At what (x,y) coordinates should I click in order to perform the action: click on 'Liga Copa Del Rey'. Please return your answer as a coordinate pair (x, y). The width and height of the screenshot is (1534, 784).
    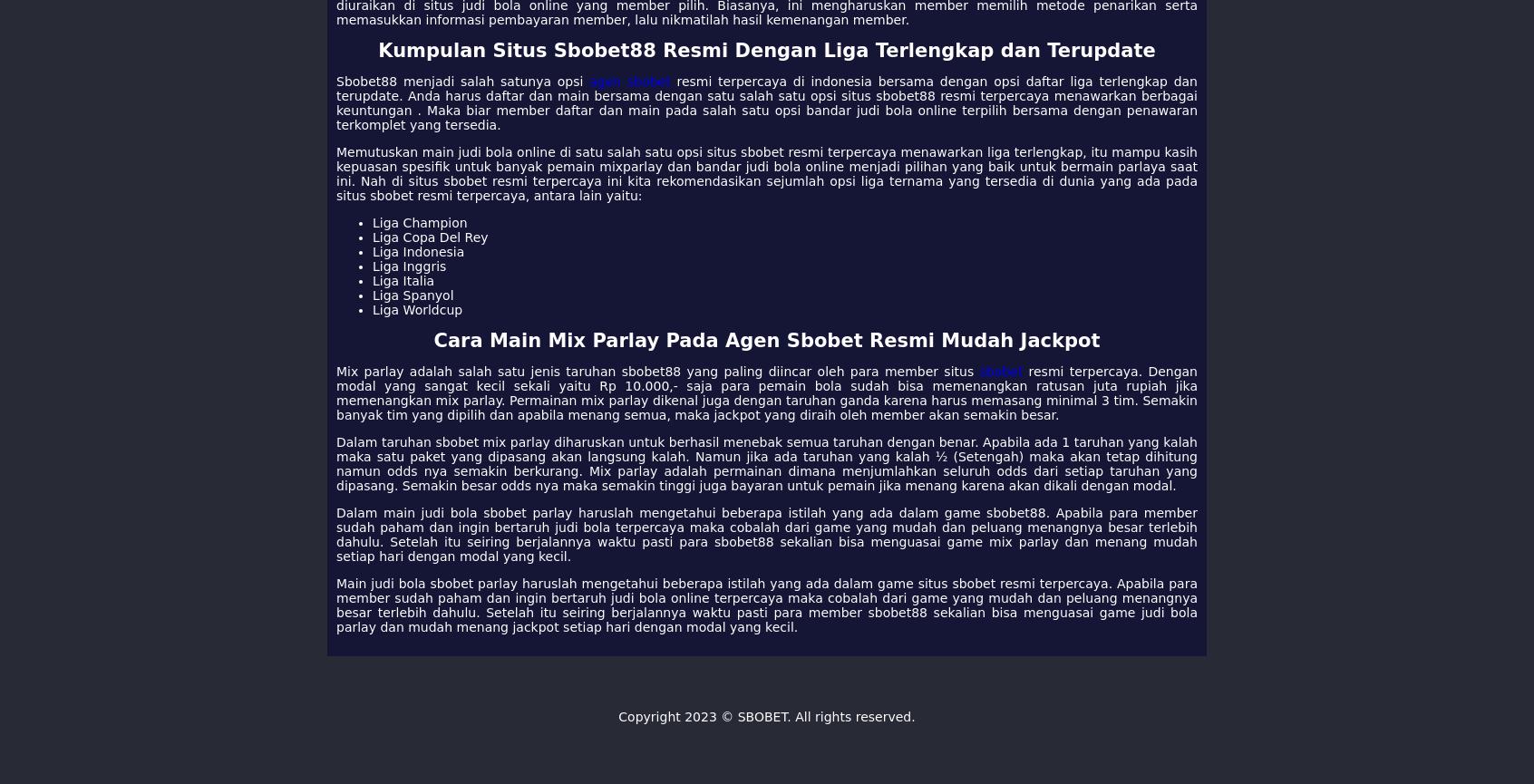
    Looking at the image, I should click on (372, 237).